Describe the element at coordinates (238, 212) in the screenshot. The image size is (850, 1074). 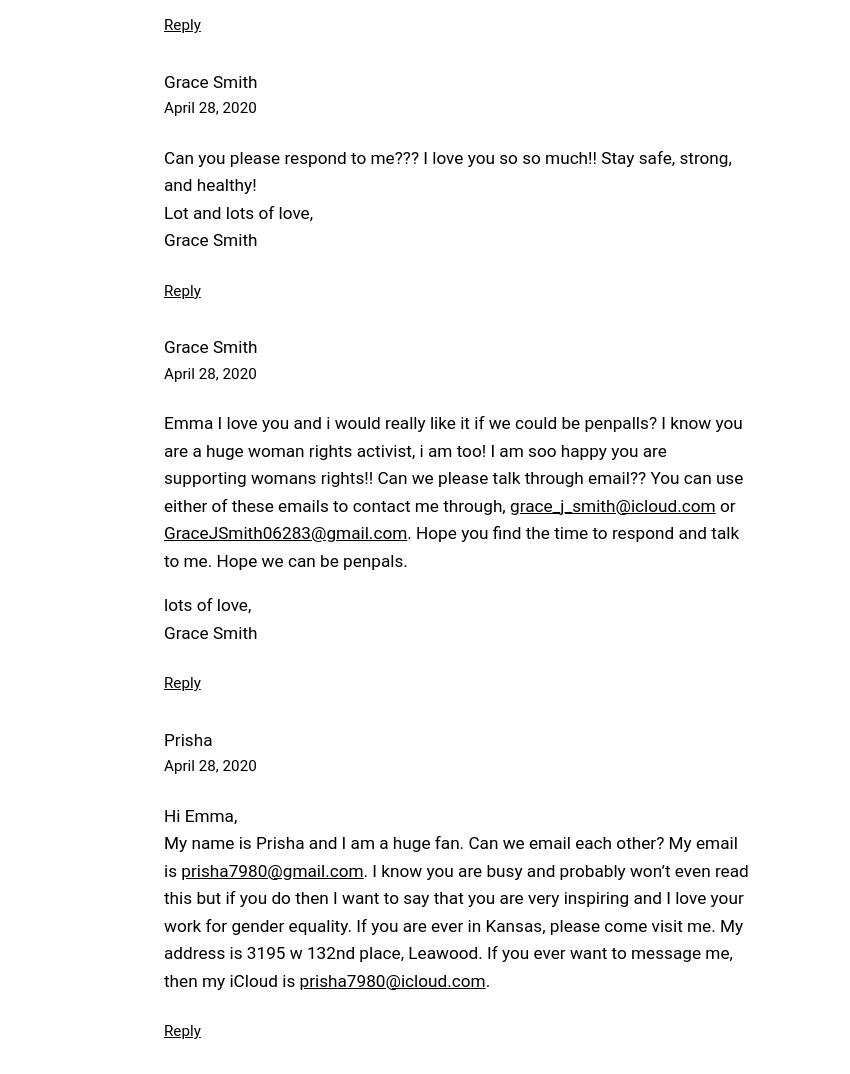
I see `'Lot and lots of love,'` at that location.